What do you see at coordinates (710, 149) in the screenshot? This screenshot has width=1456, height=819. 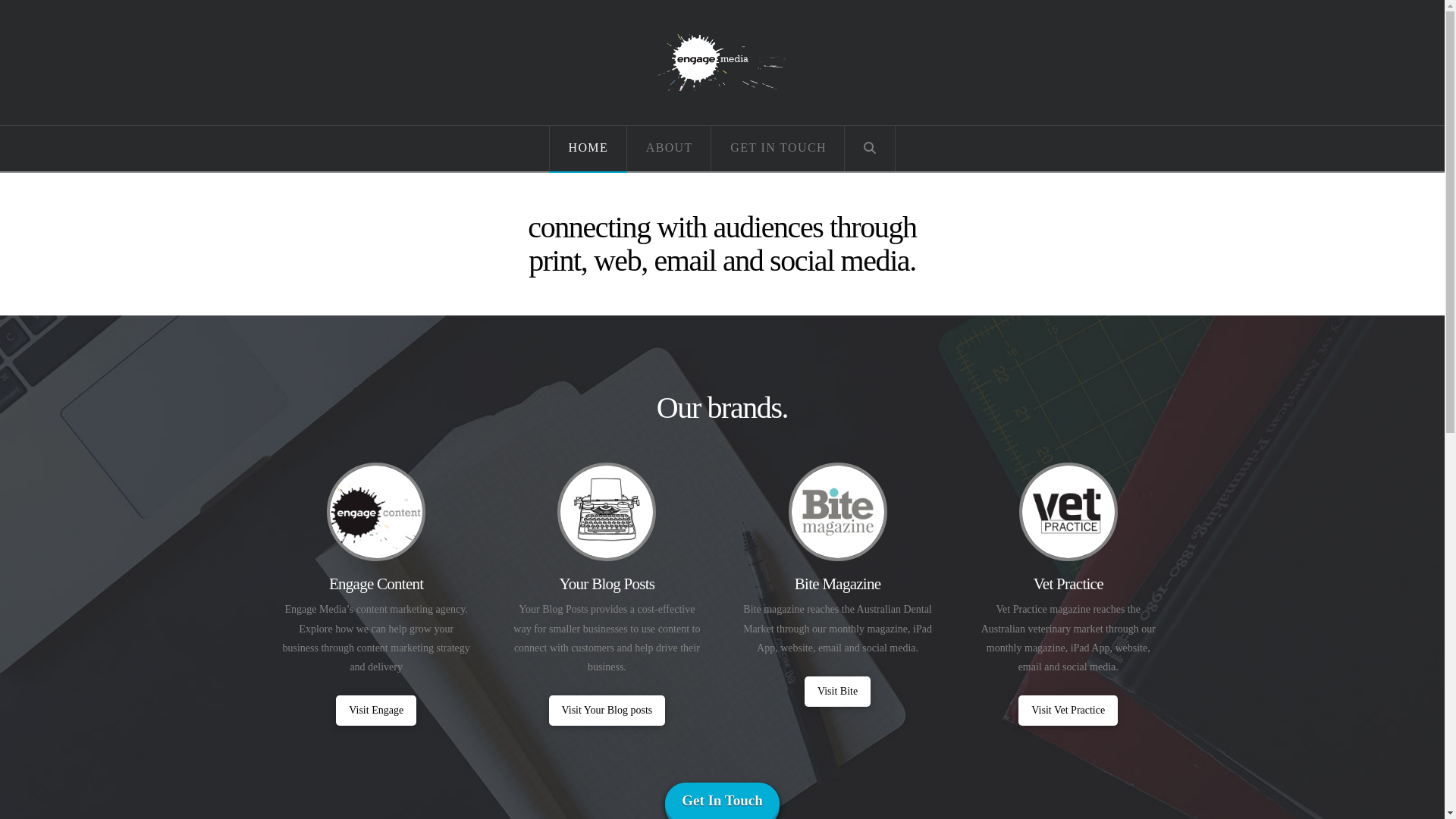 I see `'GET IN TOUCH'` at bounding box center [710, 149].